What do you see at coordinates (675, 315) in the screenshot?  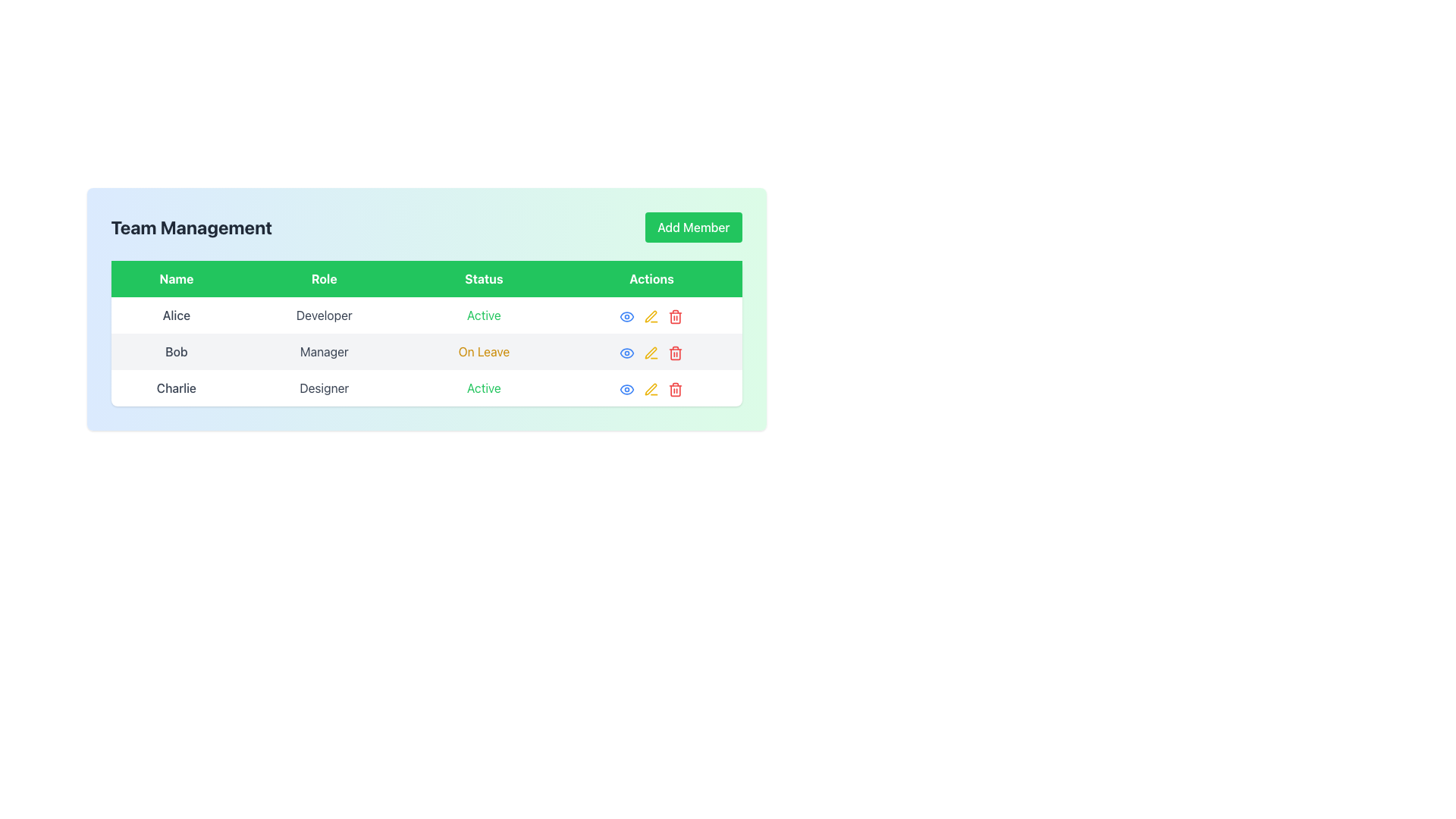 I see `the red trash bin icon in the Actions column of the table` at bounding box center [675, 315].